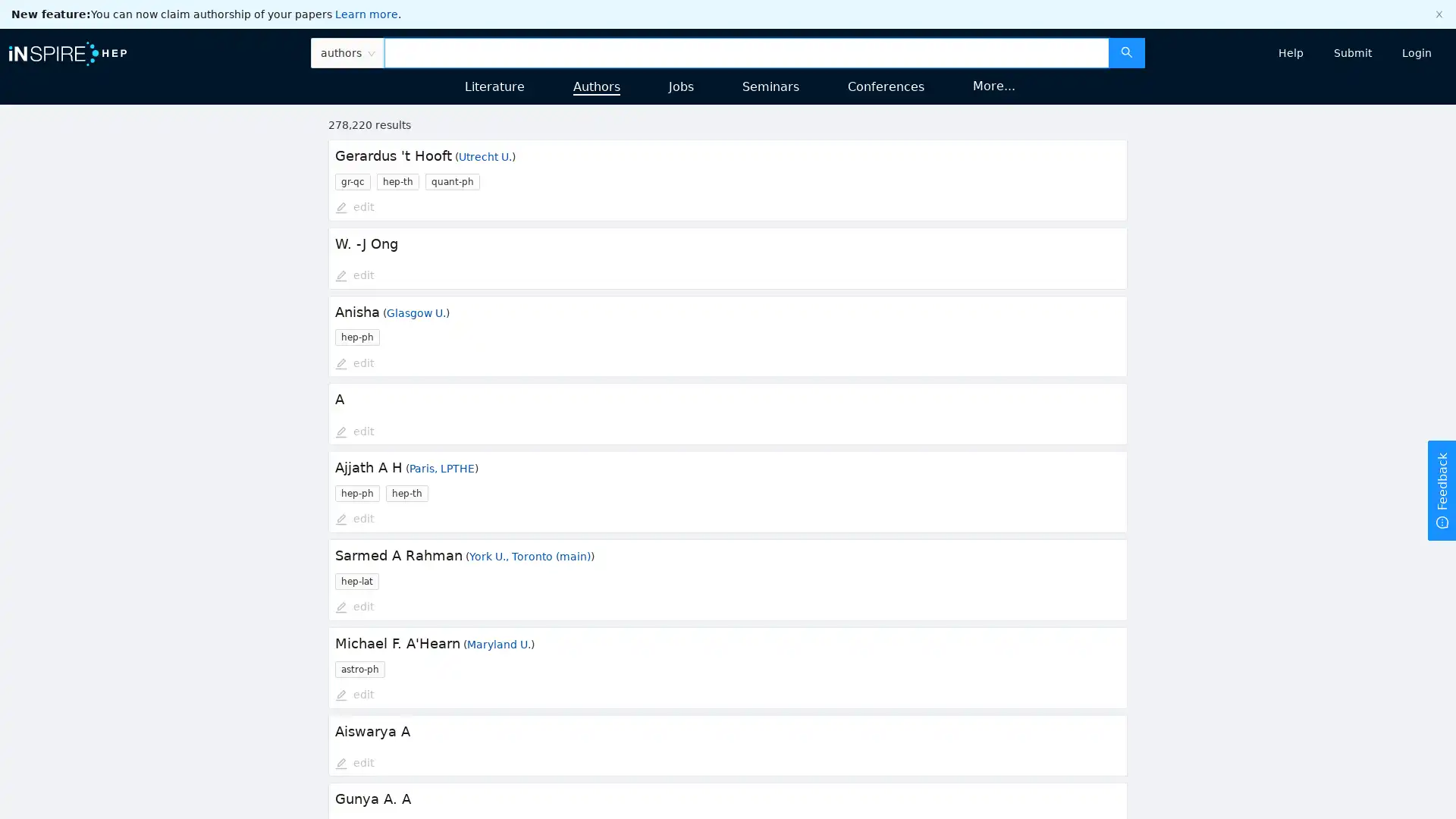 The width and height of the screenshot is (1456, 819). Describe the element at coordinates (353, 607) in the screenshot. I see `edit edit` at that location.